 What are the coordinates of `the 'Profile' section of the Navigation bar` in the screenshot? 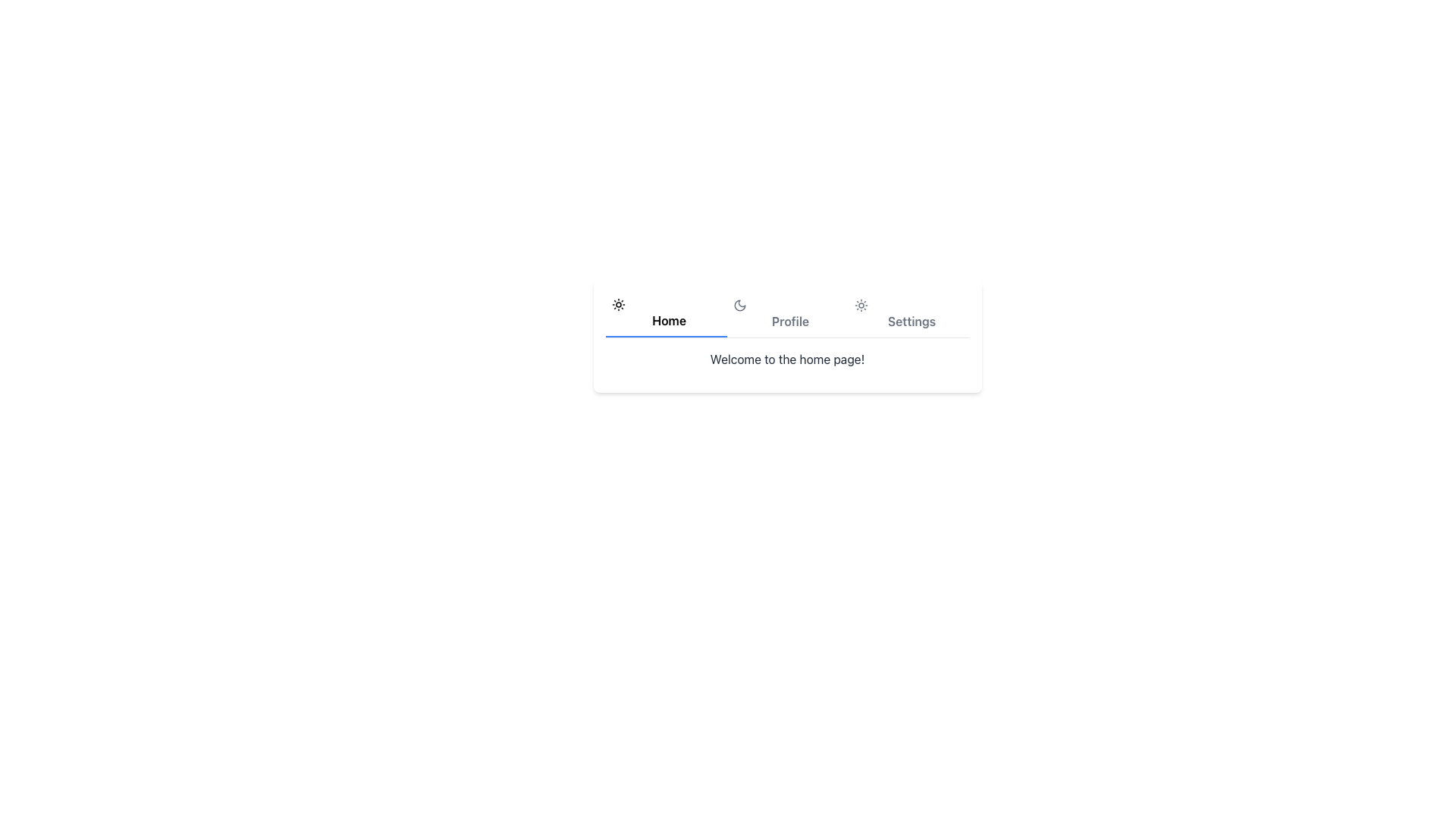 It's located at (787, 314).